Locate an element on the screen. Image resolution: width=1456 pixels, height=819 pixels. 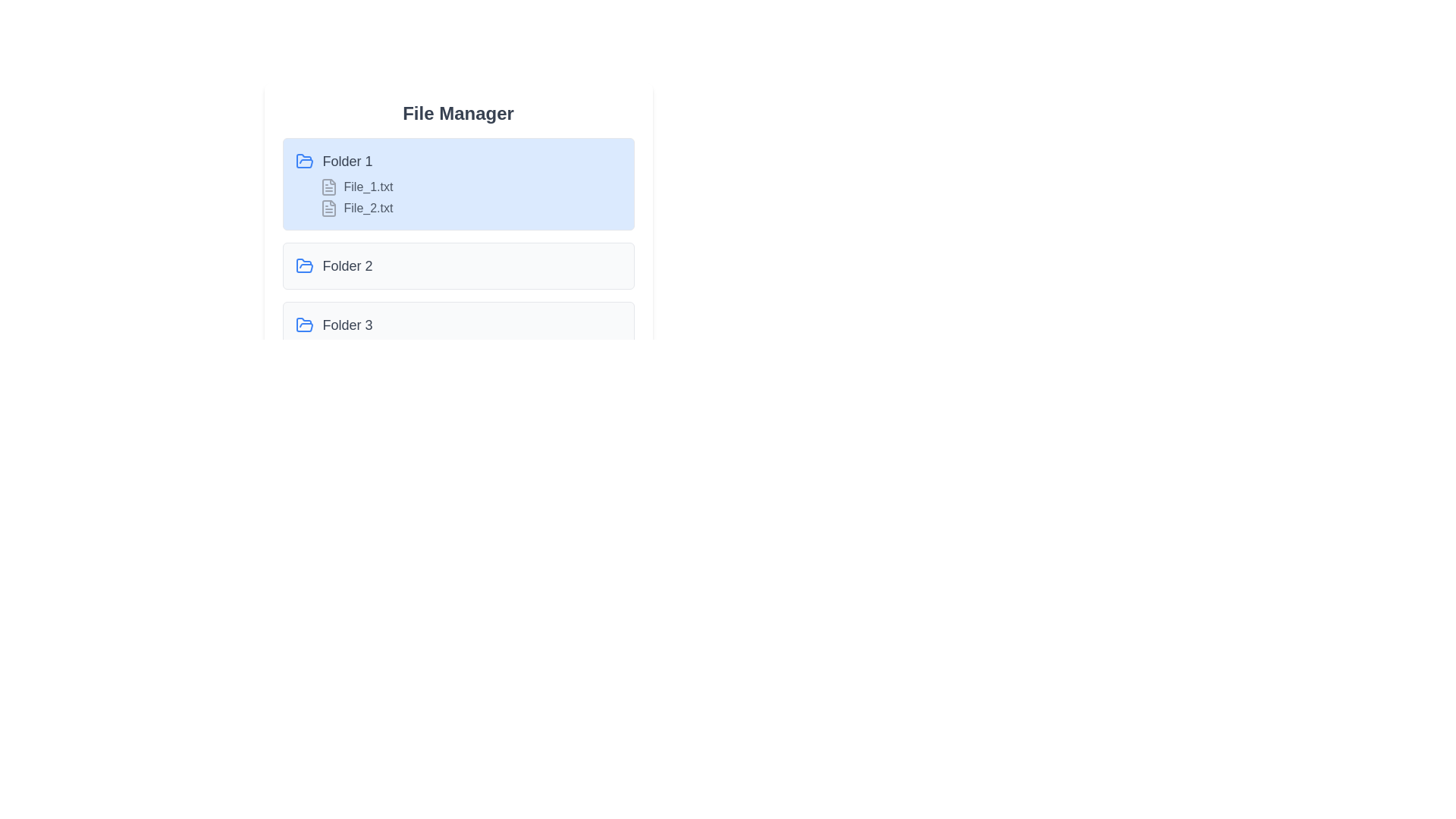
the label displaying 'File_2.txt' in gray color, located under the 'Folder 1' section of the file manager interface is located at coordinates (368, 208).